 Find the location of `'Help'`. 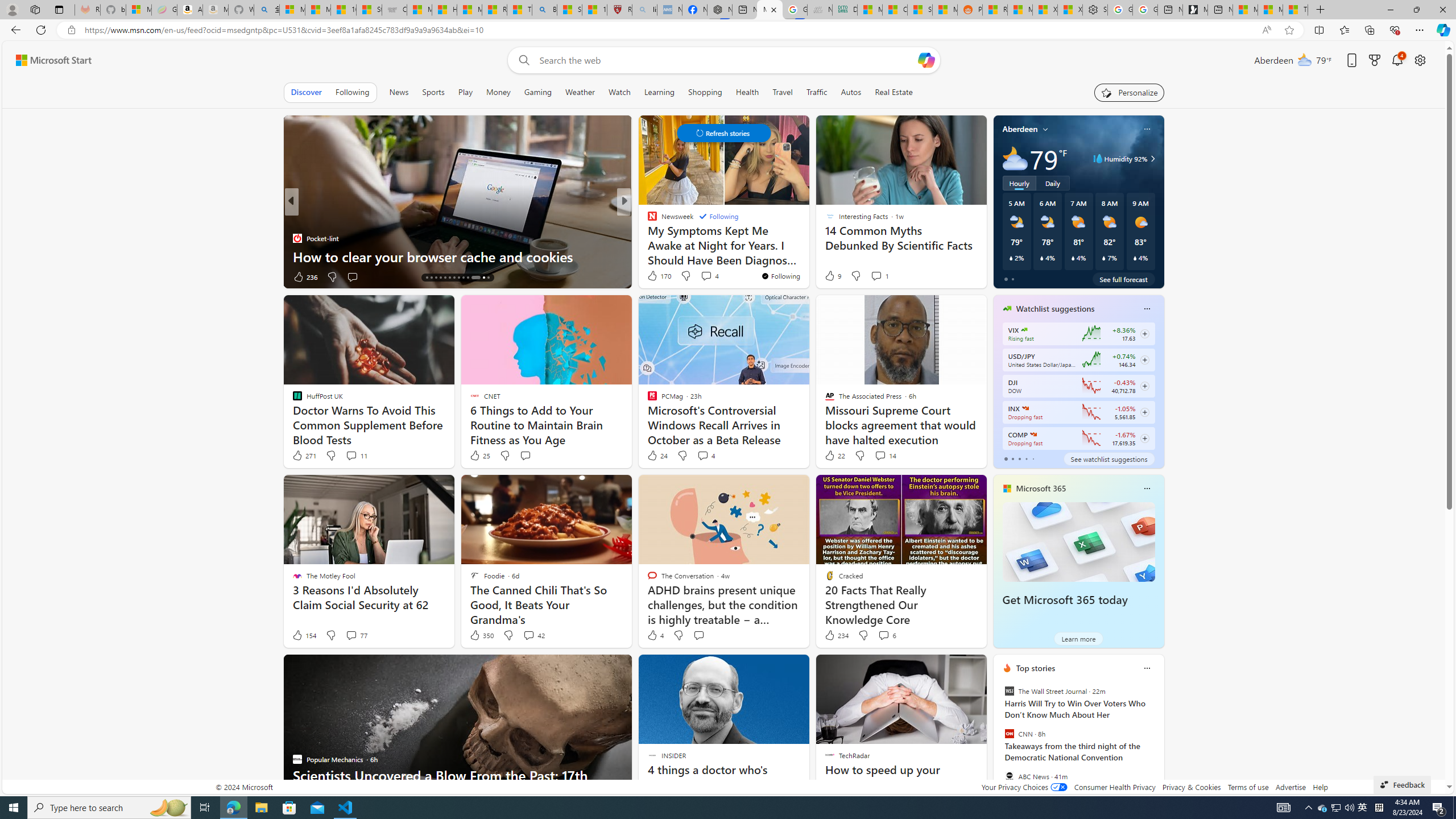

'Help' is located at coordinates (1319, 786).